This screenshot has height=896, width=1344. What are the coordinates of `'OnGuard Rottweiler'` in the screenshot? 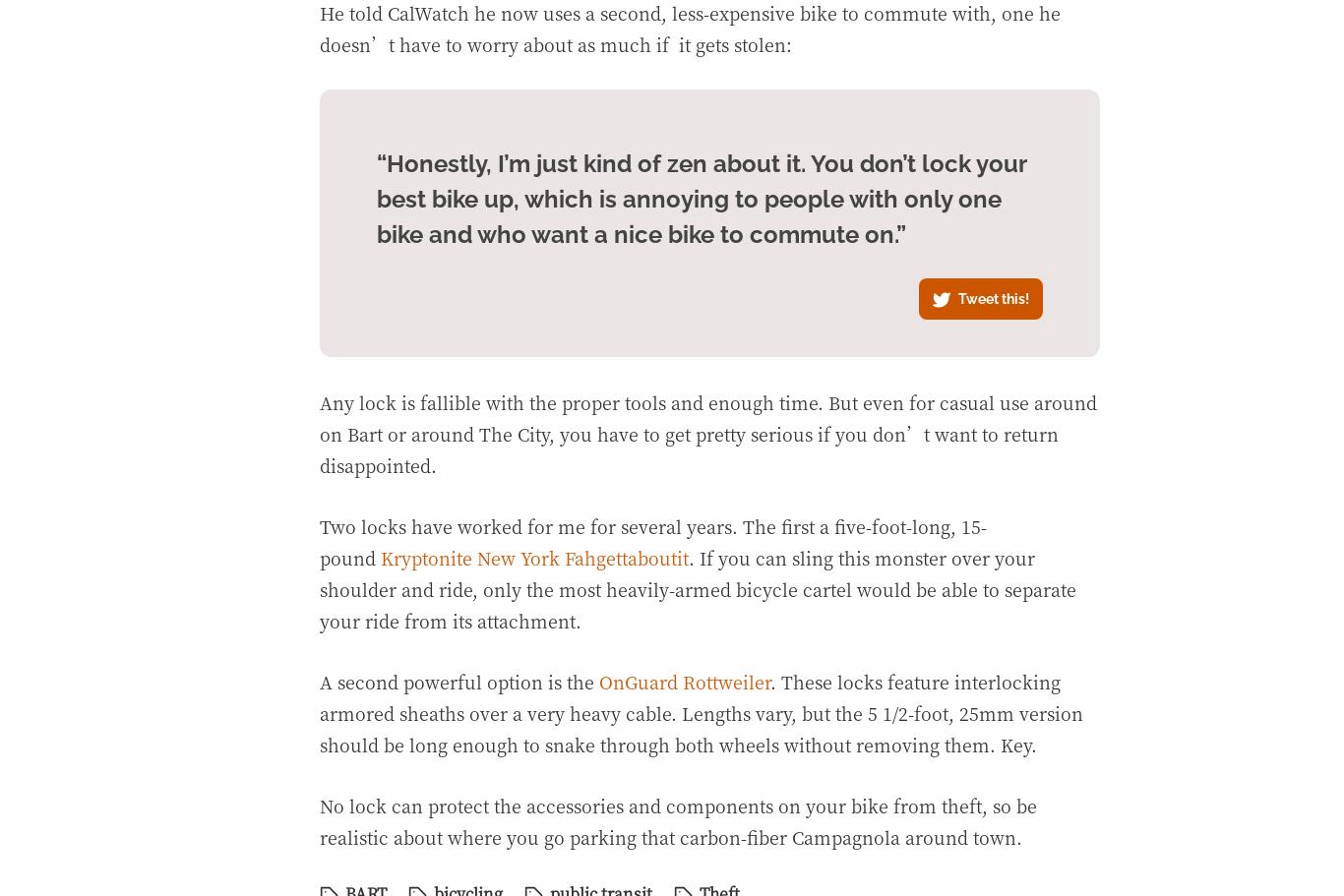 It's located at (684, 680).